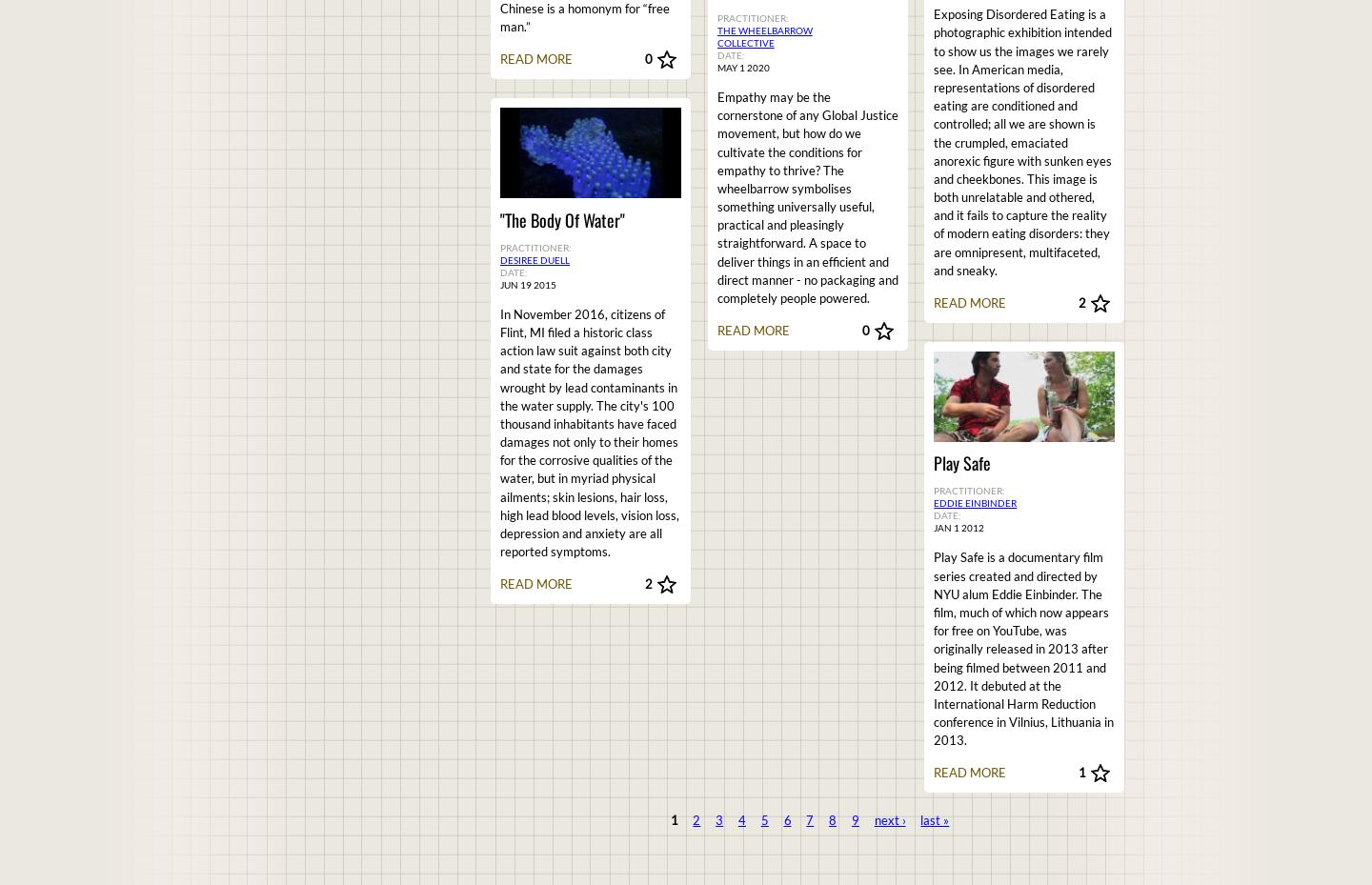 Image resolution: width=1372 pixels, height=885 pixels. What do you see at coordinates (499, 432) in the screenshot?
I see `'In November 2016, citizens of Flint, MI filed a historic class action law suit against both city and state for the damages wrought by lead contaminants in the water supply. The city's 100 thousand inhabitants have faced damages not only to their homes for the corrosive qualities of the water, but in myriad physical ailments; skin lesions, hair loss, high lead blood levels, vision loss, depression and anxiety are all reported symptoms.'` at bounding box center [499, 432].